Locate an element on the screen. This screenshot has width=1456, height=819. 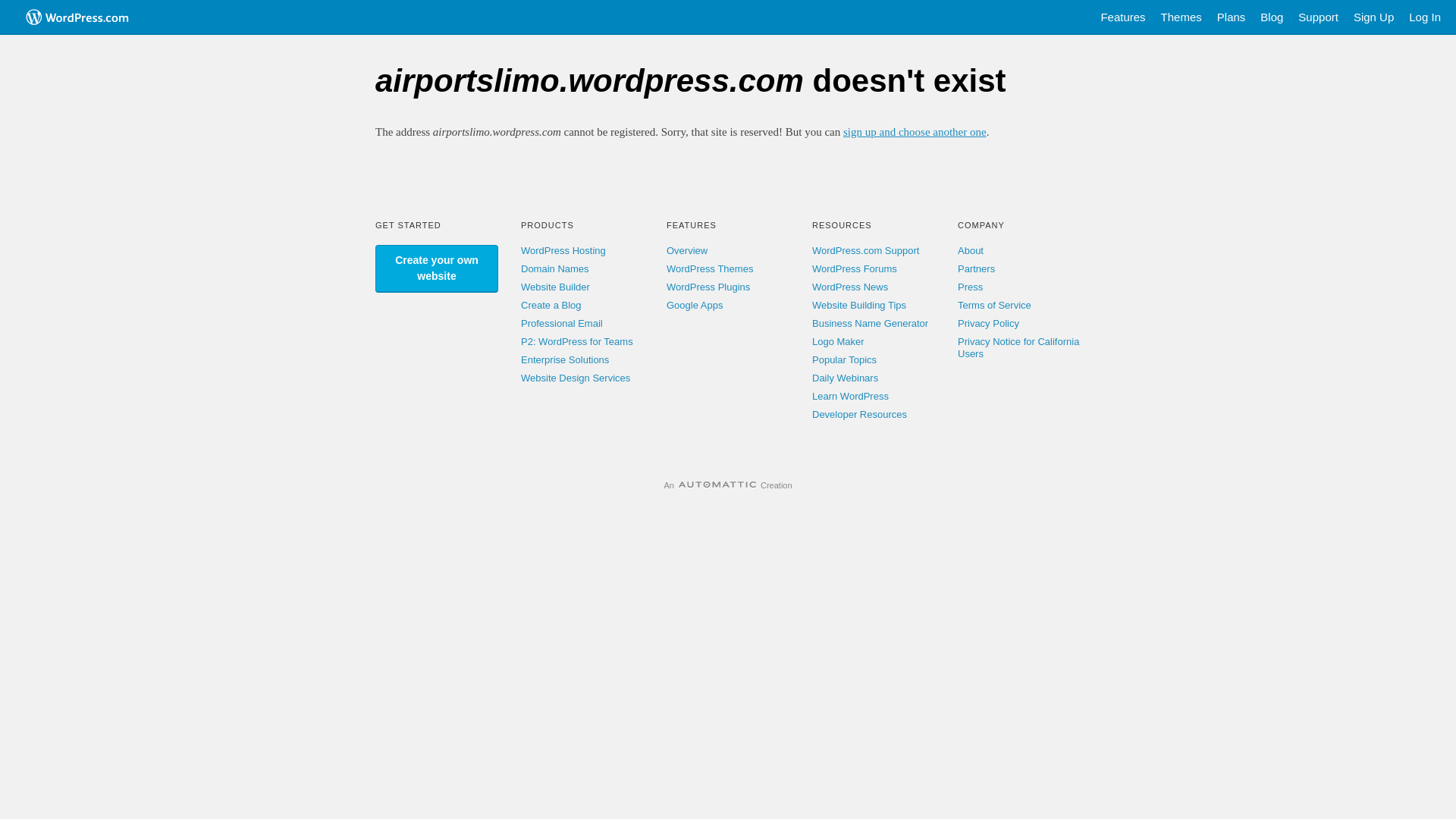
'Domain Names' is located at coordinates (554, 268).